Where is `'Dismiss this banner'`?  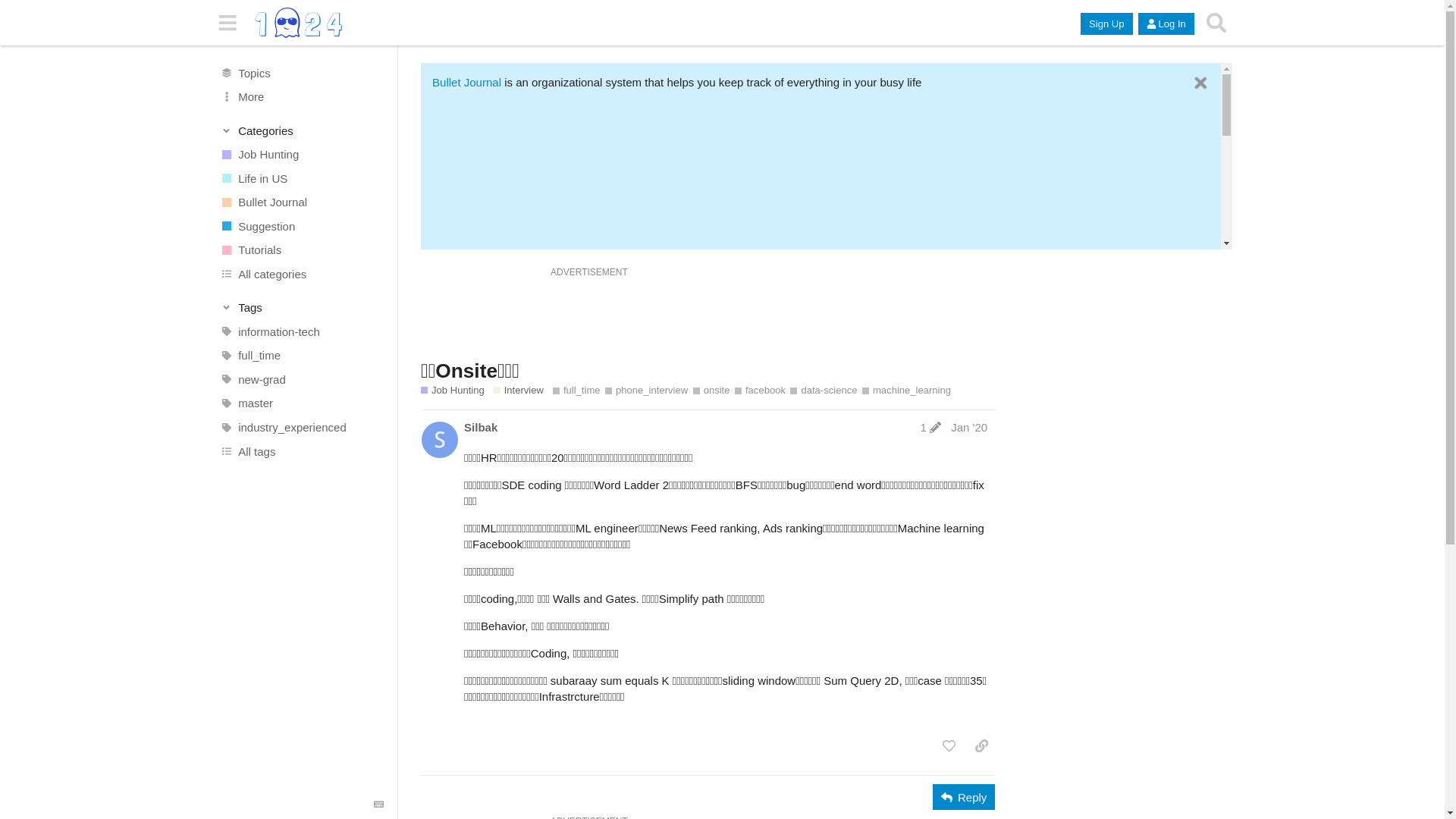
'Dismiss this banner' is located at coordinates (1191, 83).